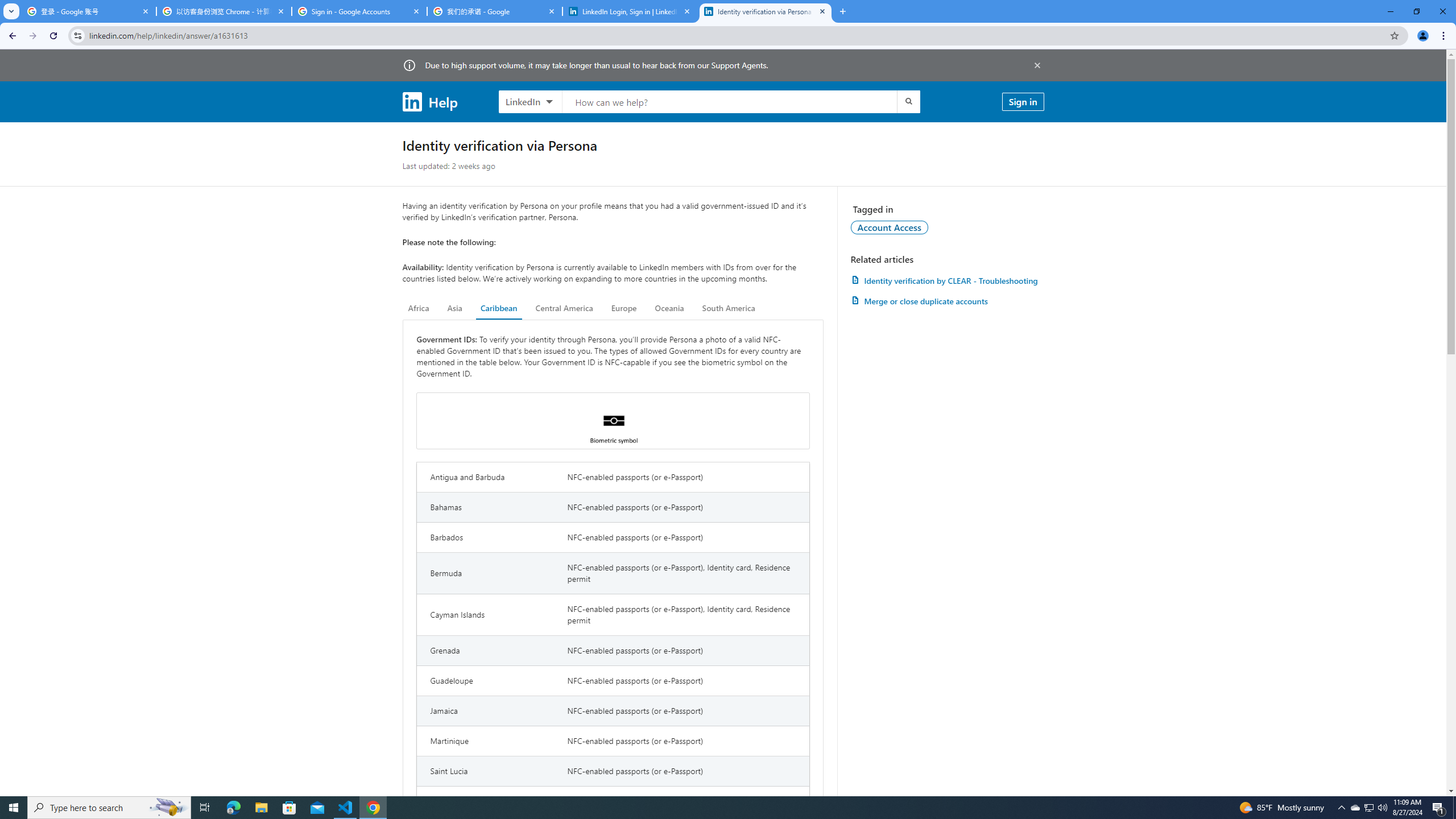 The width and height of the screenshot is (1456, 819). What do you see at coordinates (612, 420) in the screenshot?
I see `'Biometric symbol'` at bounding box center [612, 420].